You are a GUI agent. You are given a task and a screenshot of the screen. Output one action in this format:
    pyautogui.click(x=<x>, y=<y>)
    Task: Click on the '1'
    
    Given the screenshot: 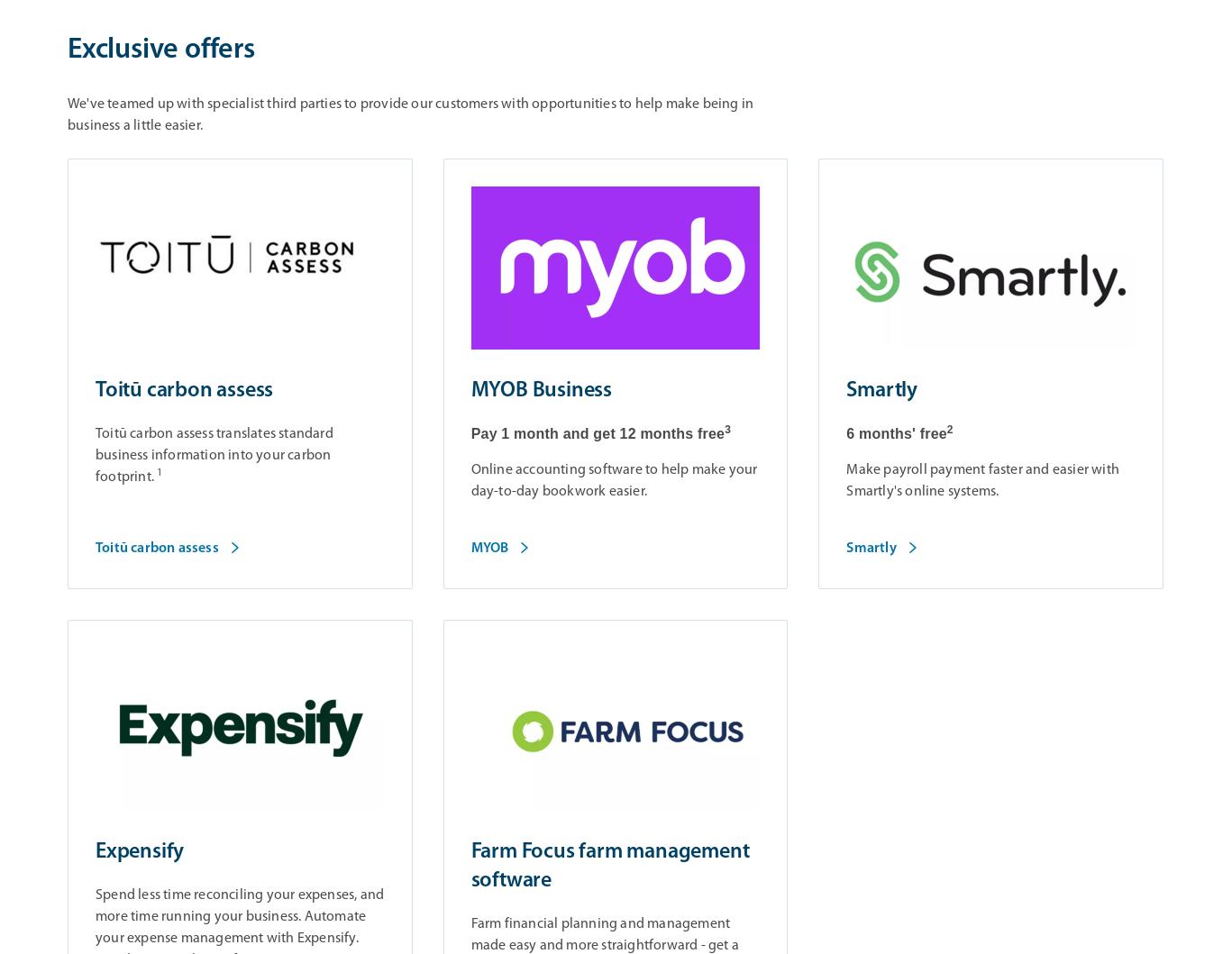 What is the action you would take?
    pyautogui.click(x=159, y=471)
    